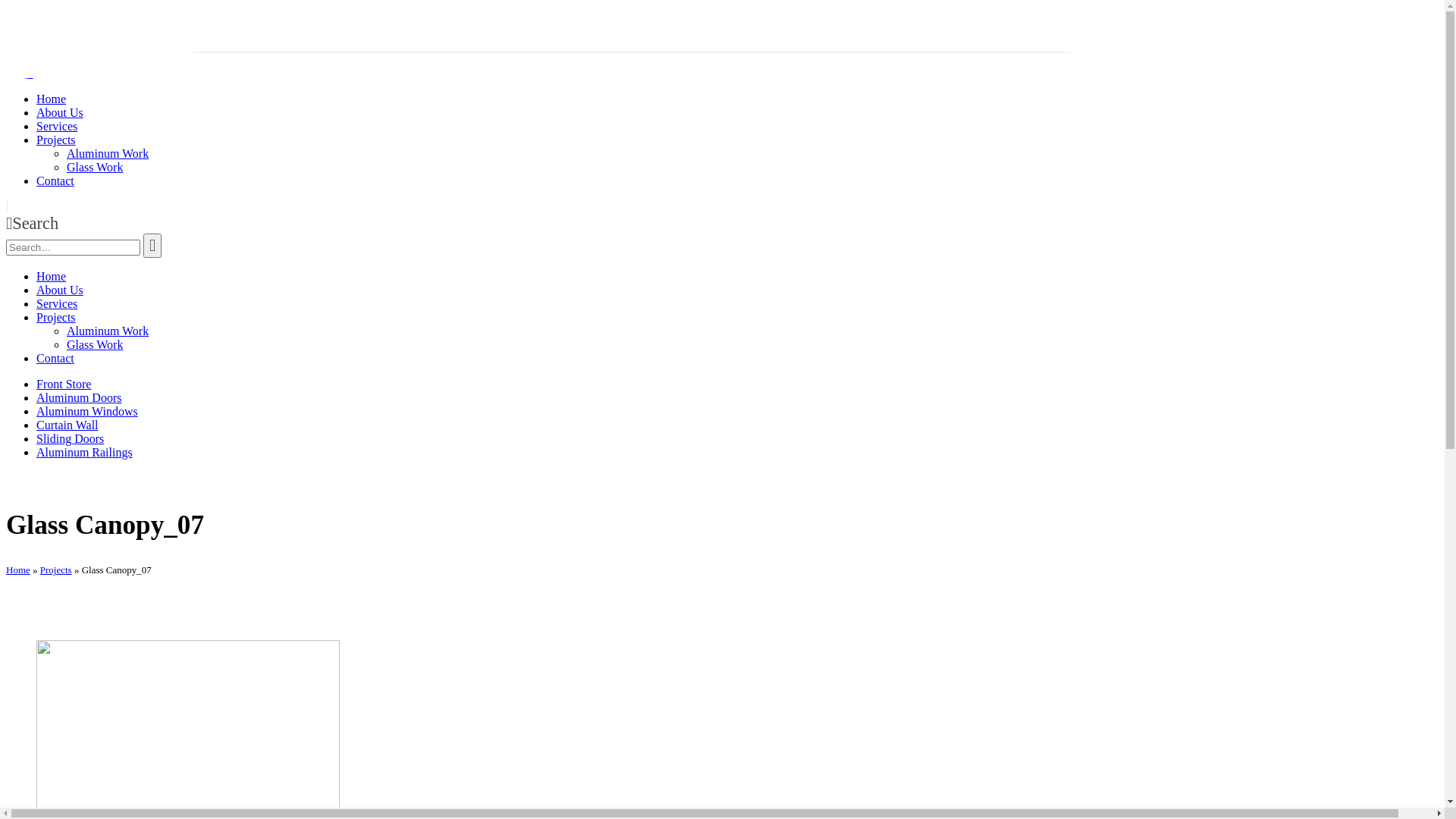 The width and height of the screenshot is (1456, 819). Describe the element at coordinates (36, 303) in the screenshot. I see `'Services'` at that location.